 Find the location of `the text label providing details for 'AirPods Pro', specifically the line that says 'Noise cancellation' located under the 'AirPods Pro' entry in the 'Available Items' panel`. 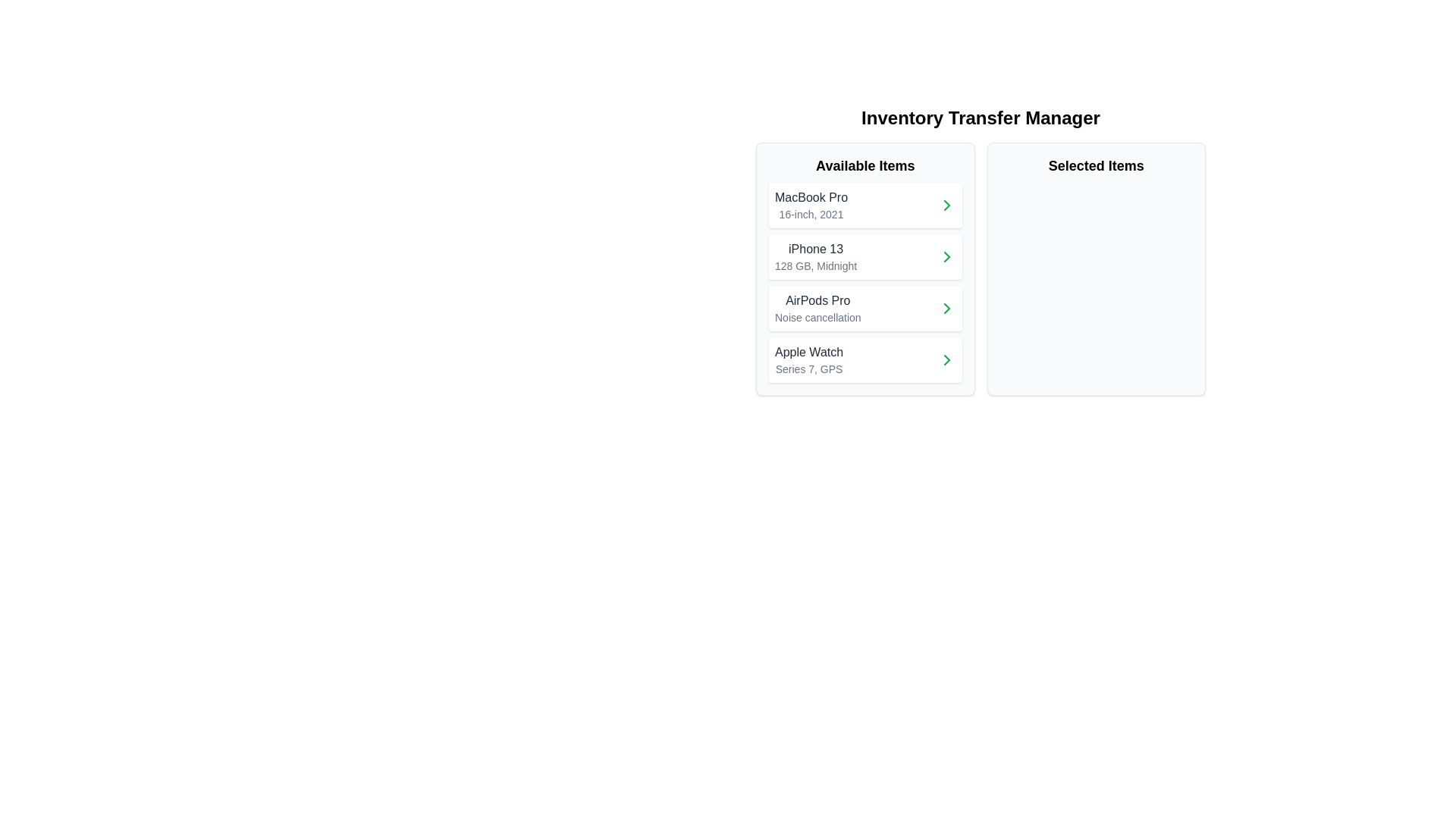

the text label providing details for 'AirPods Pro', specifically the line that says 'Noise cancellation' located under the 'AirPods Pro' entry in the 'Available Items' panel is located at coordinates (817, 317).